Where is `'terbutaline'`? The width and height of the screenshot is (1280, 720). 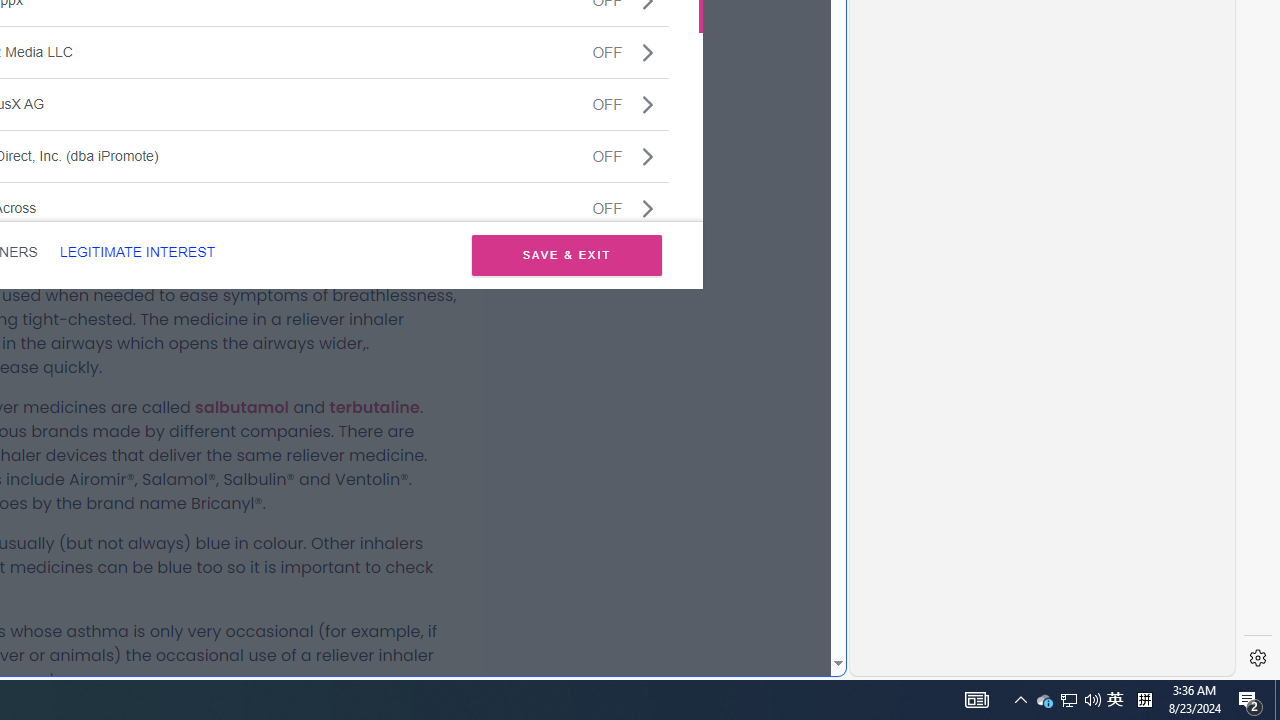
'terbutaline' is located at coordinates (374, 406).